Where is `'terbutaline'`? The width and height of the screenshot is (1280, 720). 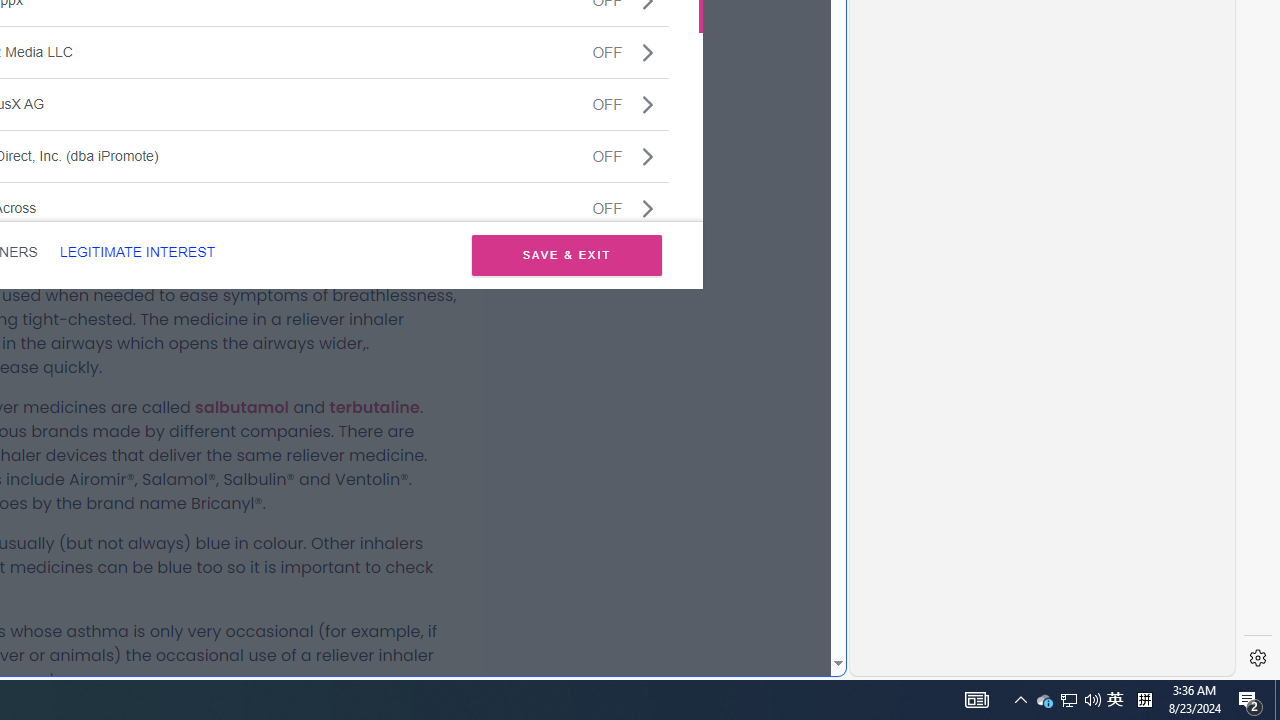
'terbutaline' is located at coordinates (374, 406).